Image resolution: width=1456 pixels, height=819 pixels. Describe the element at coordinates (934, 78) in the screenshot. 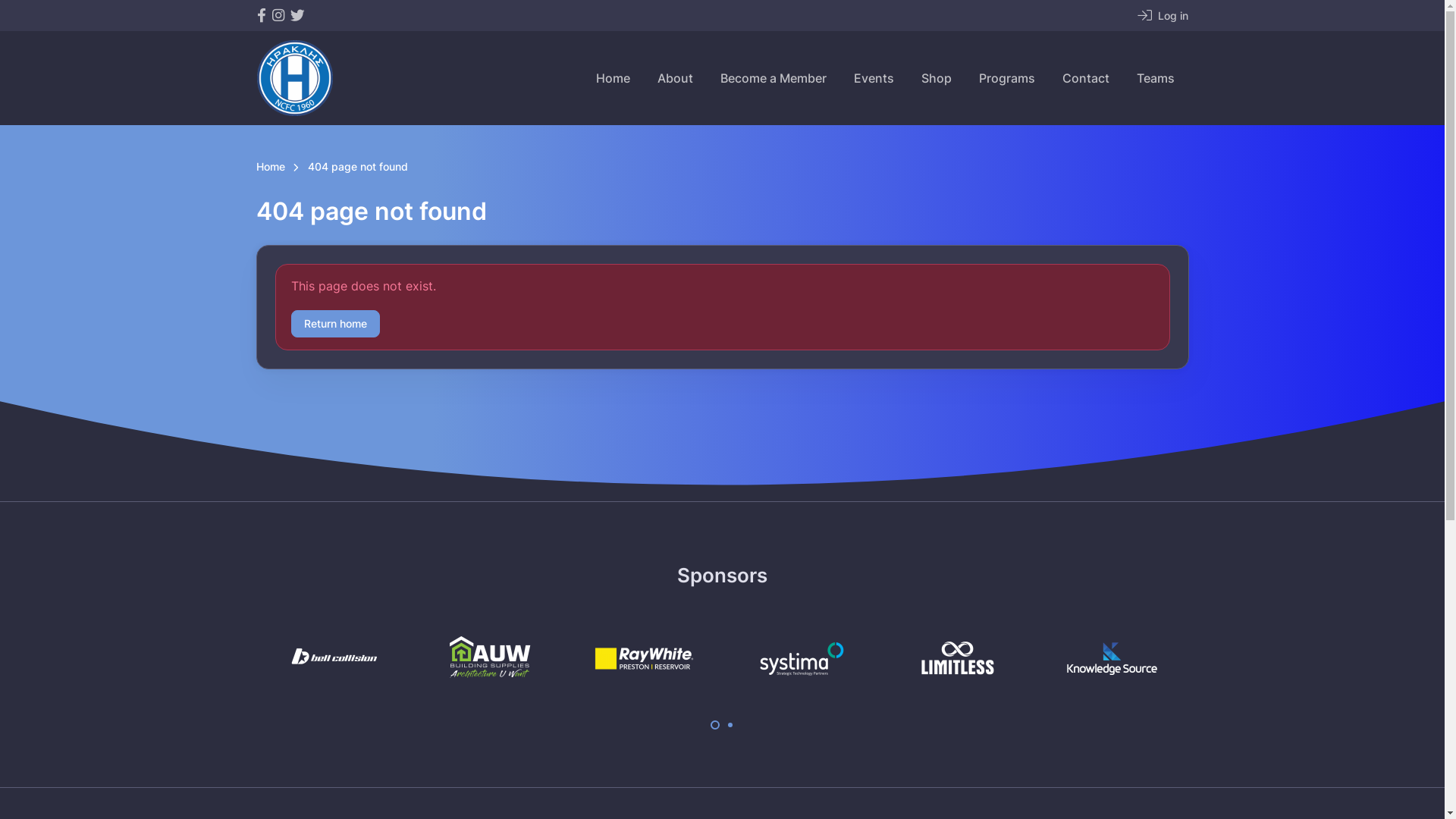

I see `'Shop'` at that location.